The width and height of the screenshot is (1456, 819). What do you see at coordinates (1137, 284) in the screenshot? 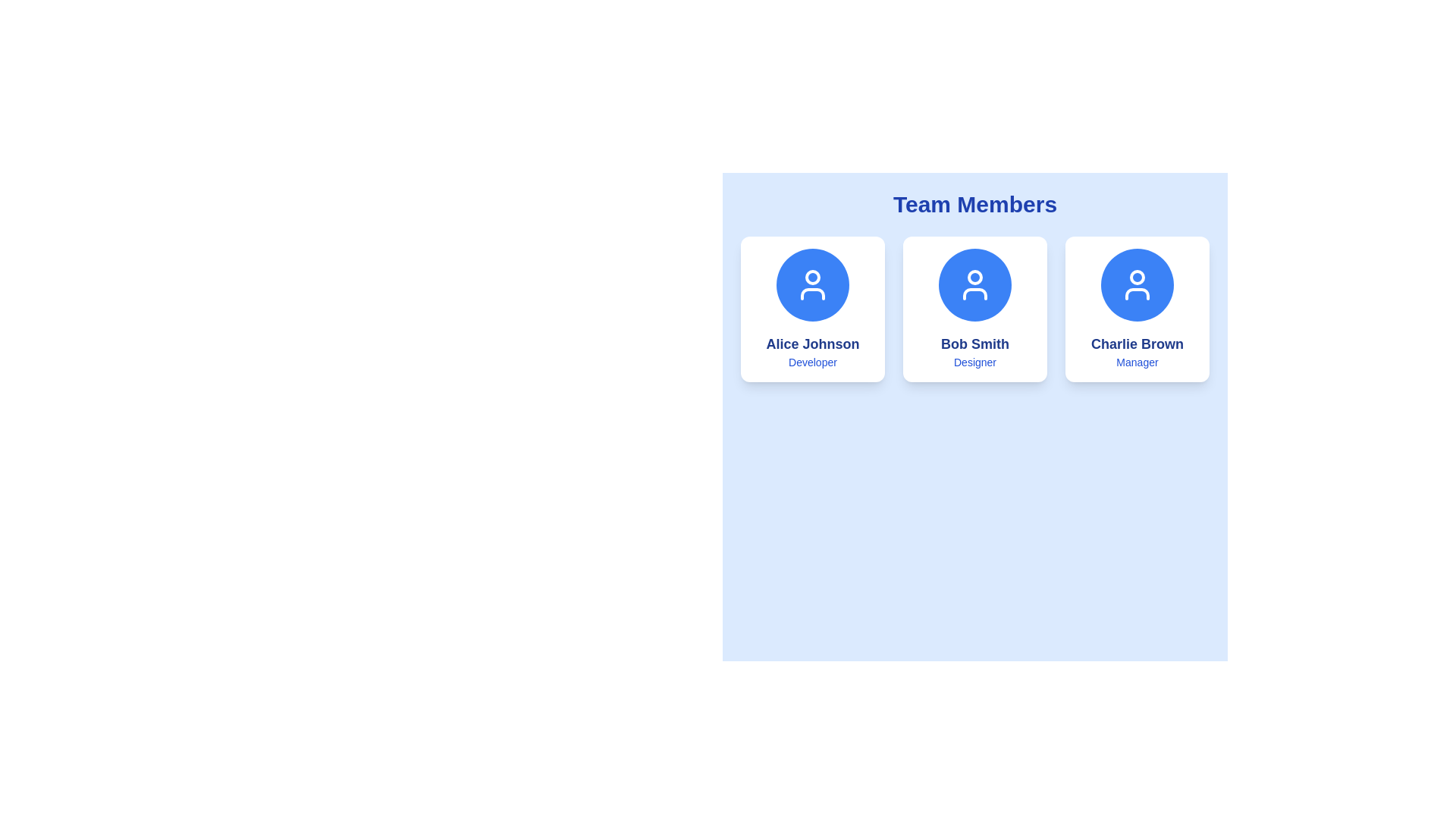
I see `the SVG icon representing a user, which is a minimalist blue-styled design located at the center of the card titled 'Charlie Brown - Manager'` at bounding box center [1137, 284].